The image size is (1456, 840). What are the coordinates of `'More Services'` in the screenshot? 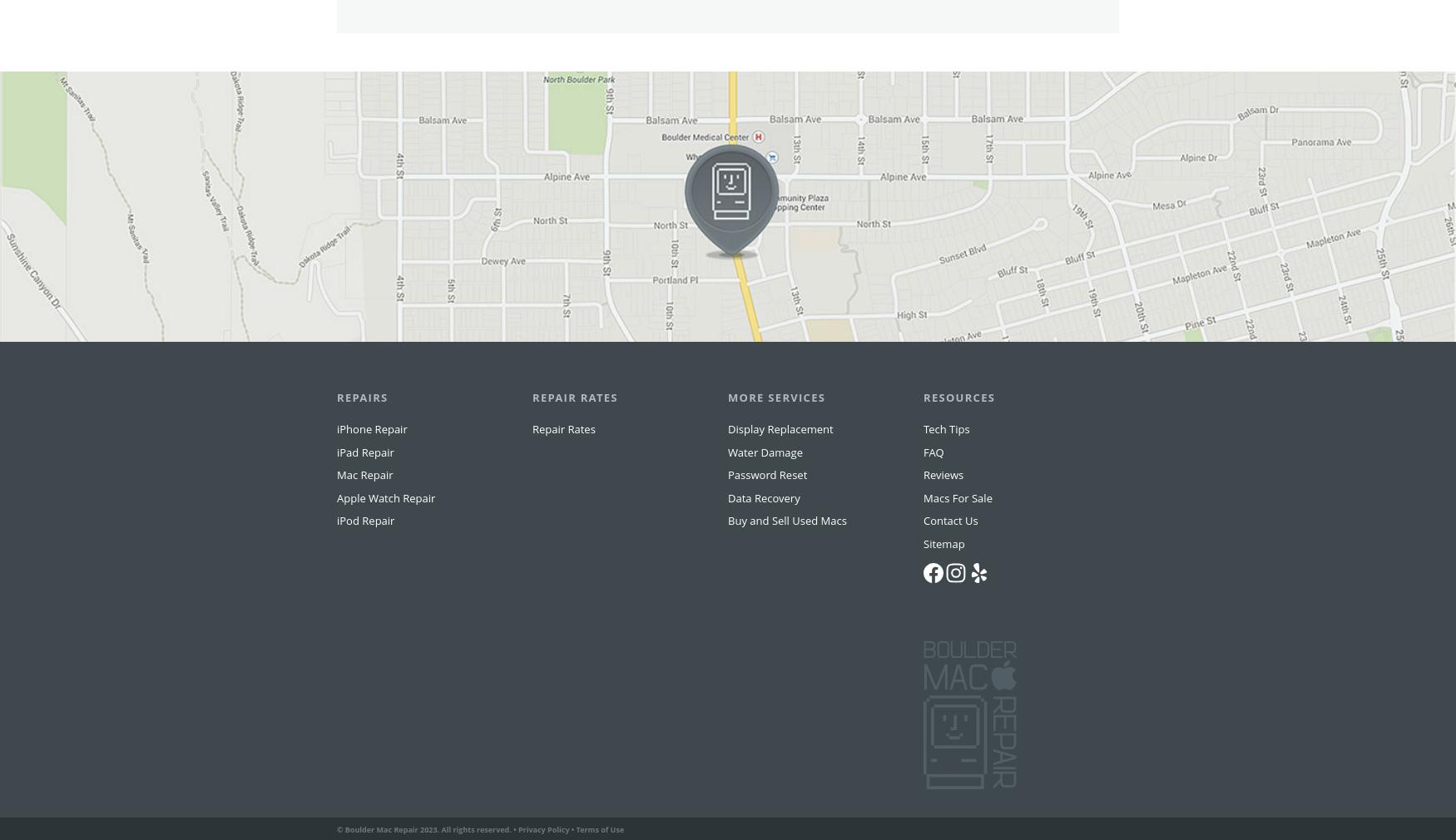 It's located at (775, 430).